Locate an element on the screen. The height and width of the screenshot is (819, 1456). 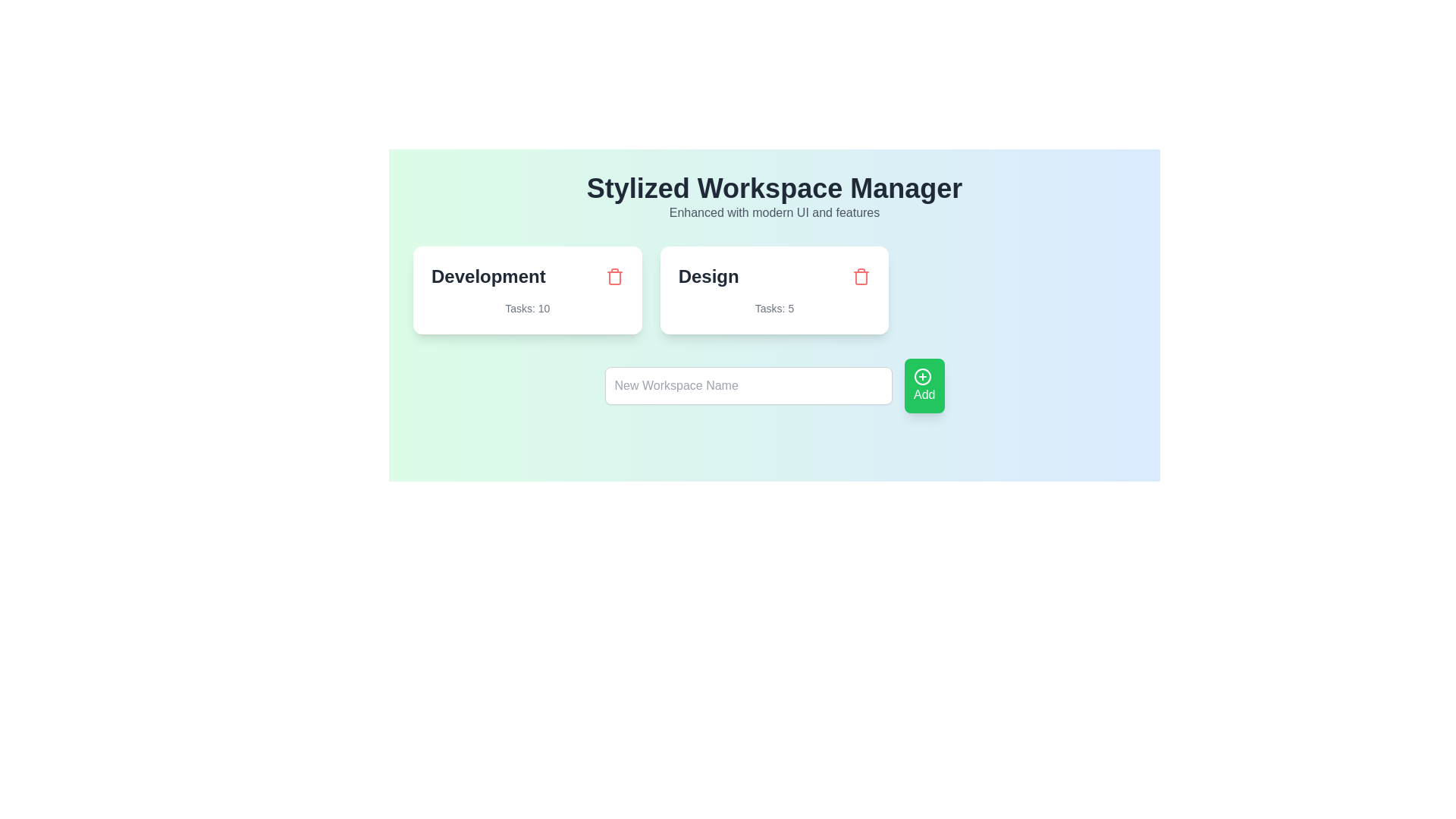
the descriptive tagline text element located directly below the 'Stylized Workspace Manager' title, which emphasizes the features of the application is located at coordinates (774, 213).